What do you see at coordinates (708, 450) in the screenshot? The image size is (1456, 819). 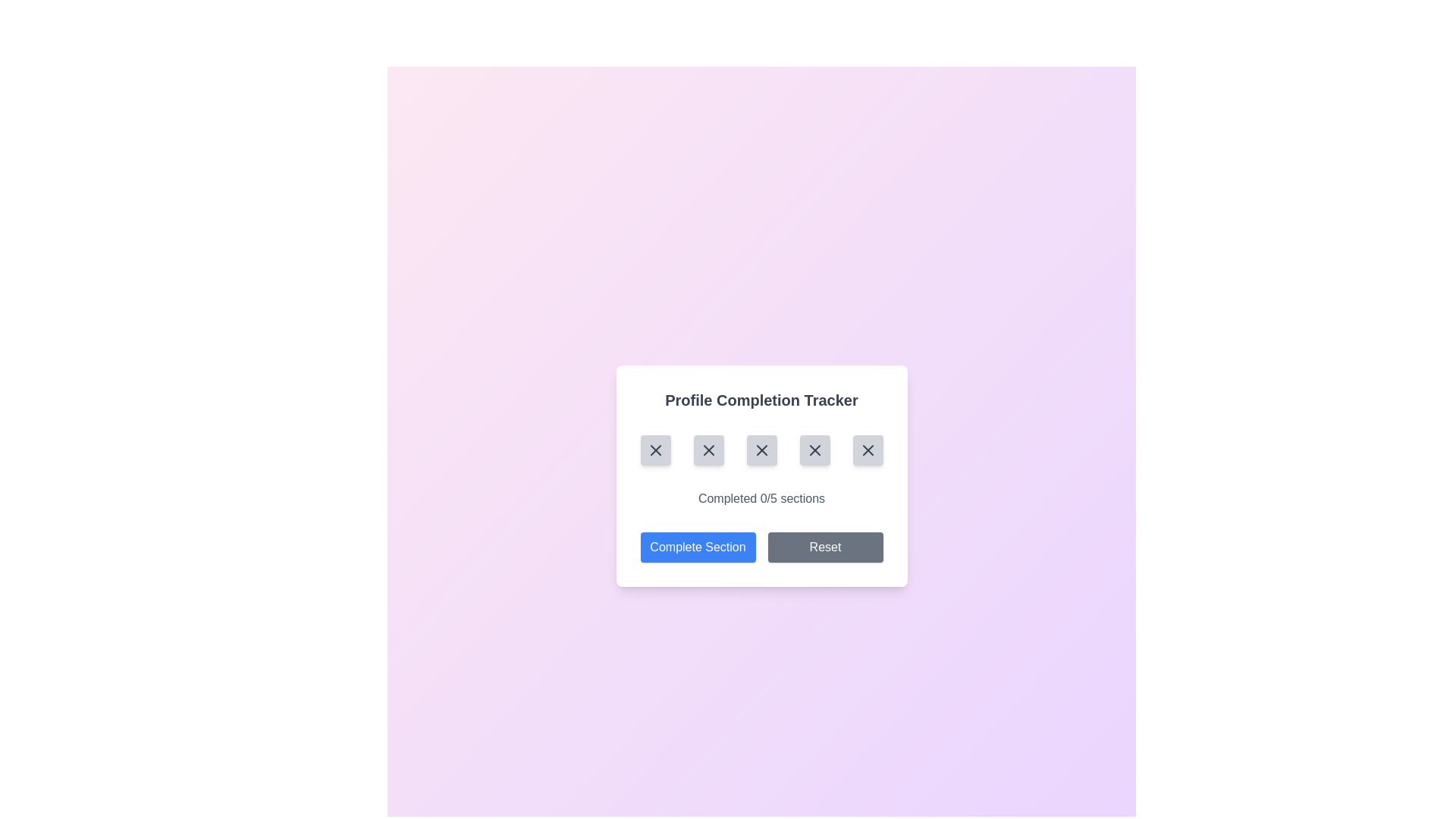 I see `the second circular button icon in the 'Profile Completion Tracker' modal that indicates a pending or incomplete section status` at bounding box center [708, 450].